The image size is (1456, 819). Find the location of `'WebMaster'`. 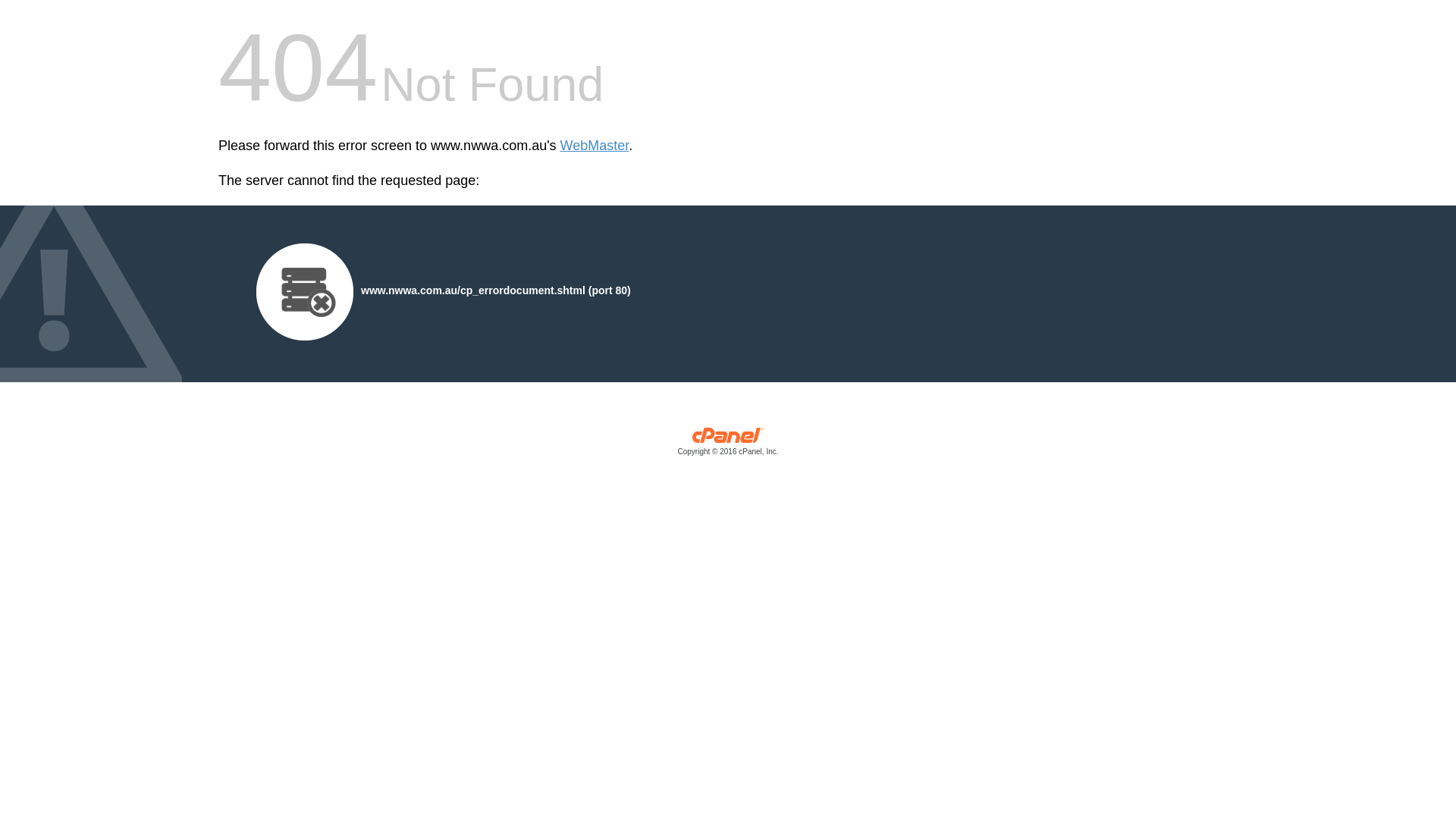

'WebMaster' is located at coordinates (594, 146).